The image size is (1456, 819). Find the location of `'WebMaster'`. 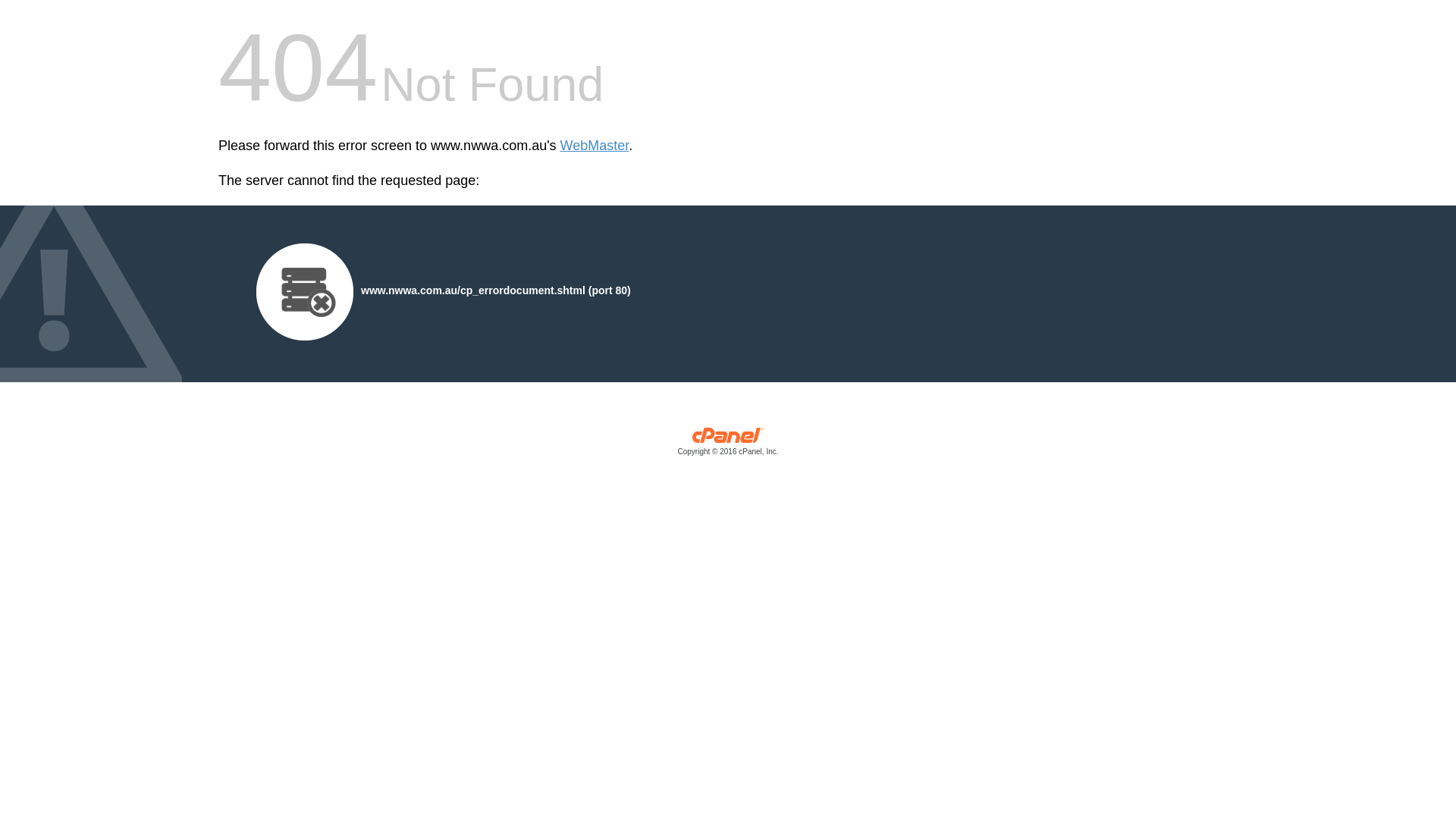

'WebMaster' is located at coordinates (594, 146).